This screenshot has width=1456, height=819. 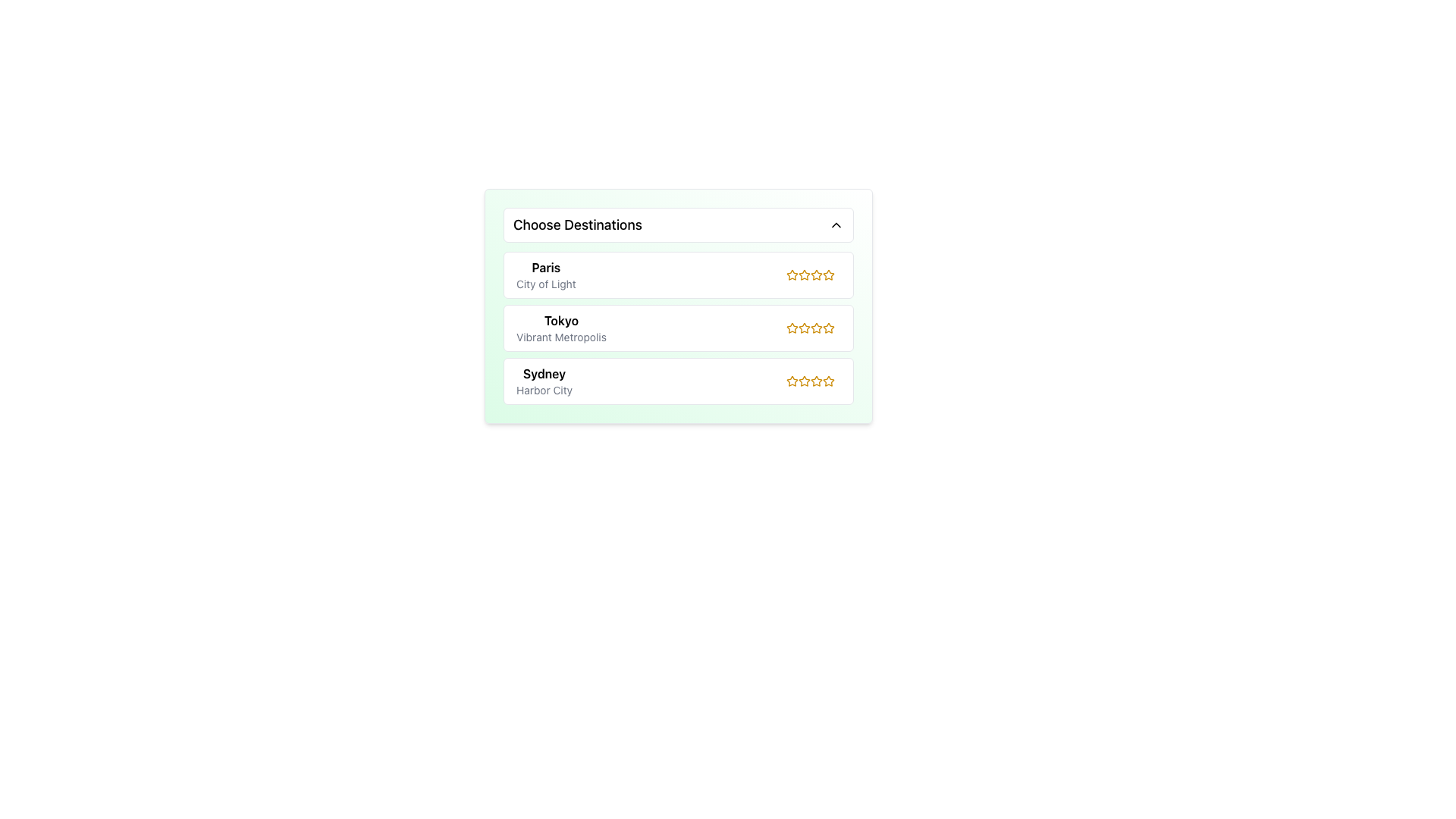 I want to click on the first star-shaped icon with a yellow outline to rate it in the rating system next to the 'Tokyo' label, so click(x=792, y=327).